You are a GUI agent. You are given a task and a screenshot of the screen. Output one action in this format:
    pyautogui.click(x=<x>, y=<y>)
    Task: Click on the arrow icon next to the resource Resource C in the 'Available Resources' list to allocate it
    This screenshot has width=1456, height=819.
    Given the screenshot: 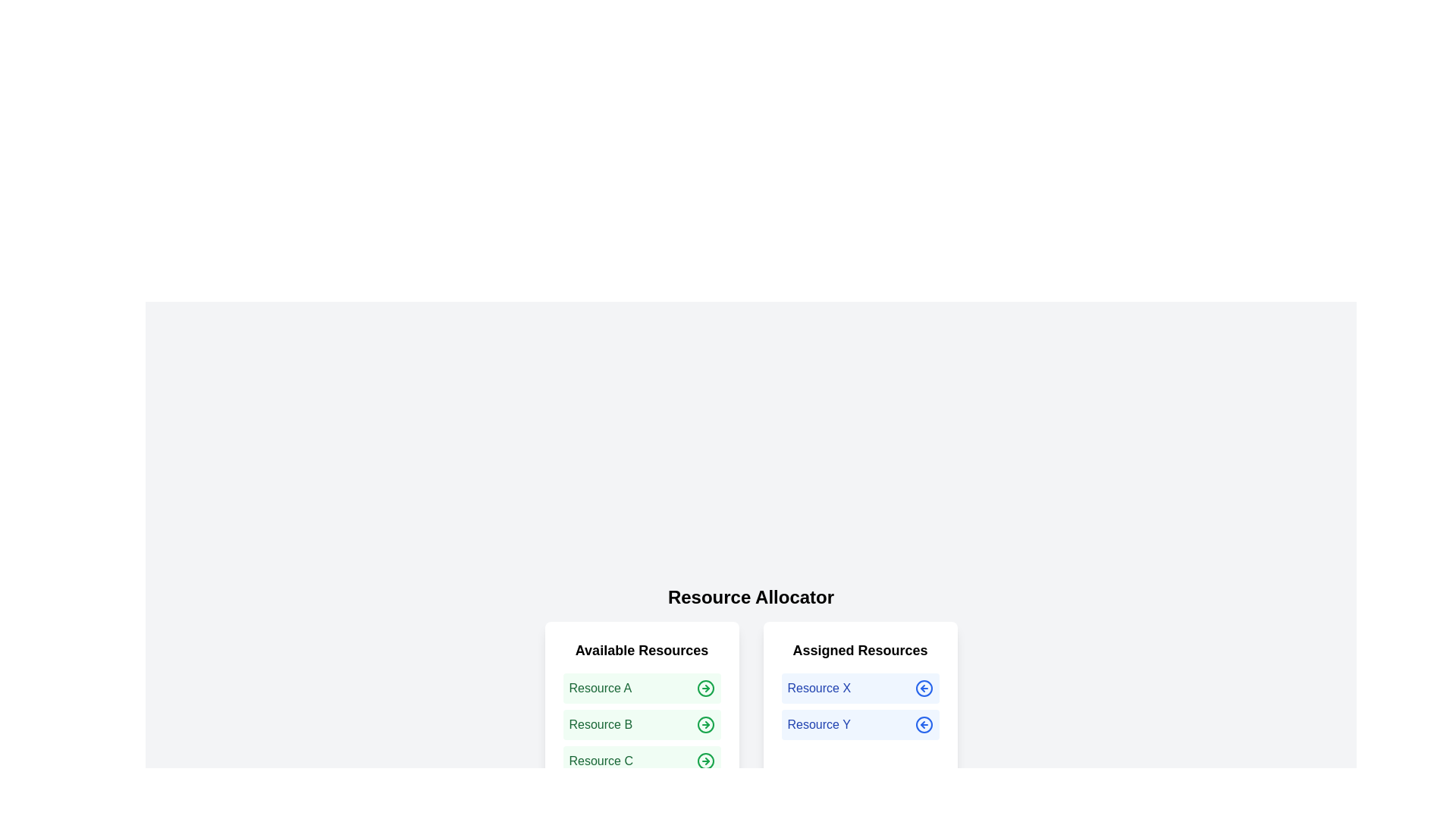 What is the action you would take?
    pyautogui.click(x=704, y=761)
    